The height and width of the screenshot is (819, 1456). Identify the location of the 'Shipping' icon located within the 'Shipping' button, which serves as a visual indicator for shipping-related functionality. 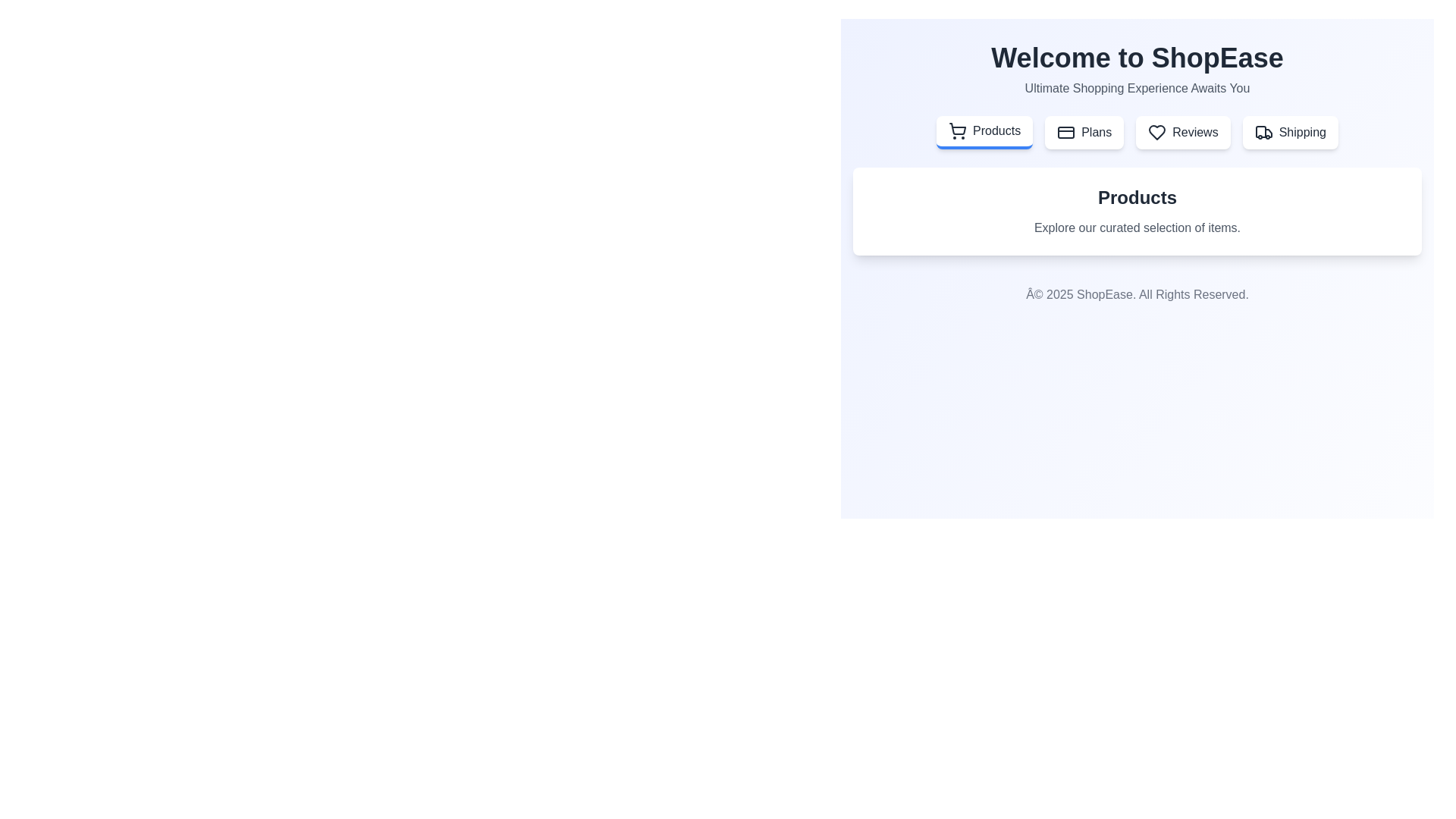
(1263, 131).